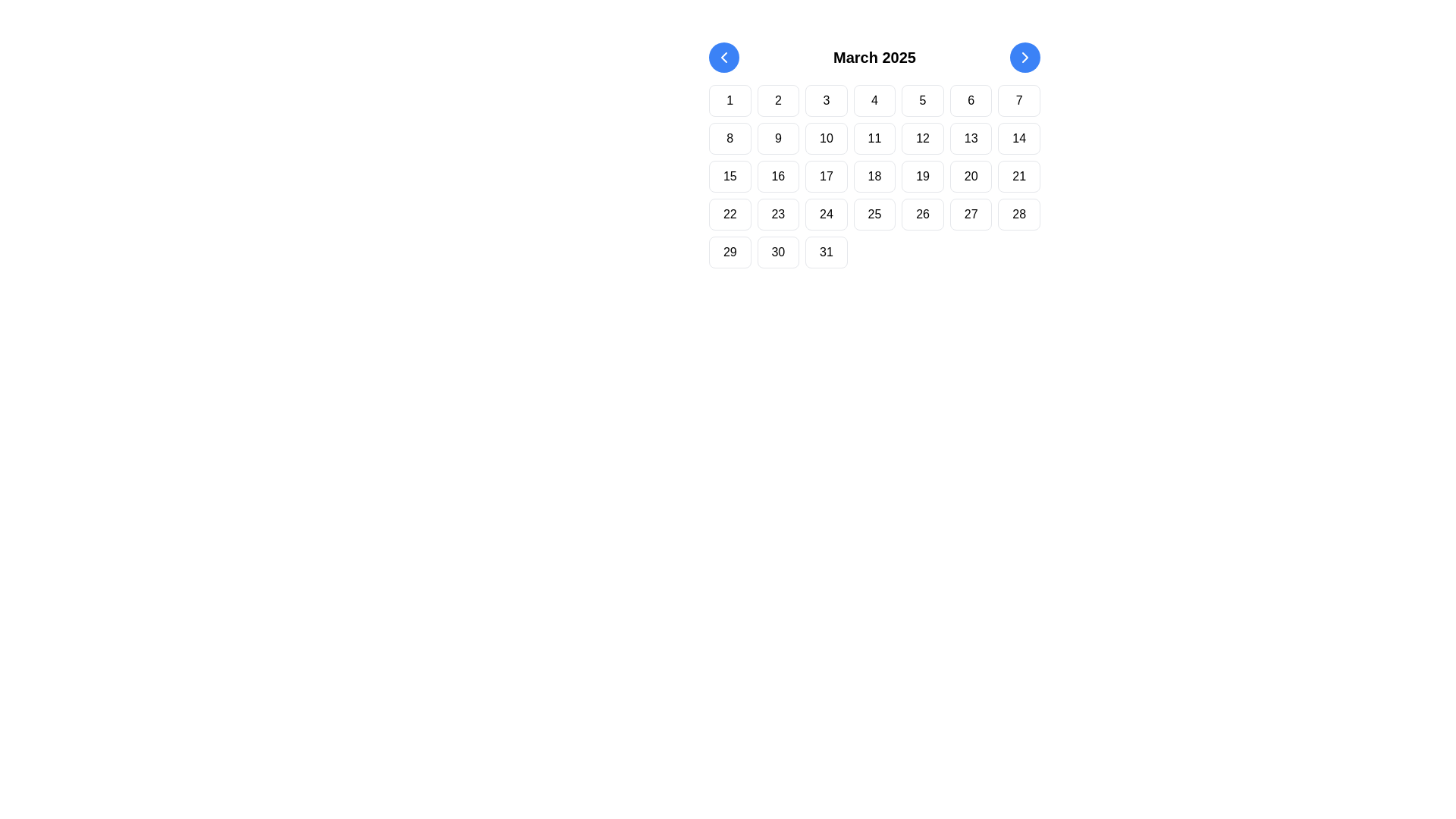 The width and height of the screenshot is (1456, 819). What do you see at coordinates (730, 100) in the screenshot?
I see `the Text cell displaying the number '1' in the calendar grid layout, which is located at the first position in the first row` at bounding box center [730, 100].